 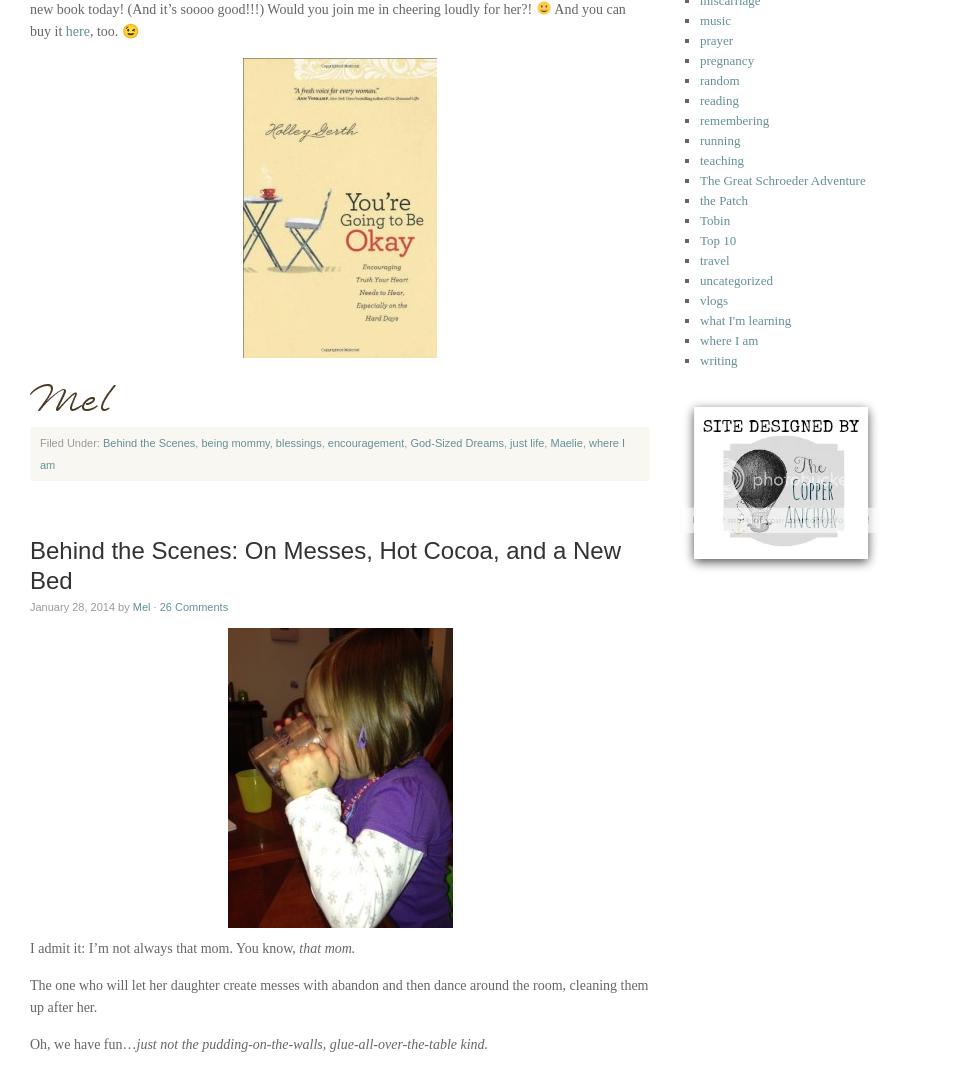 What do you see at coordinates (72, 605) in the screenshot?
I see `'January 28, 2014'` at bounding box center [72, 605].